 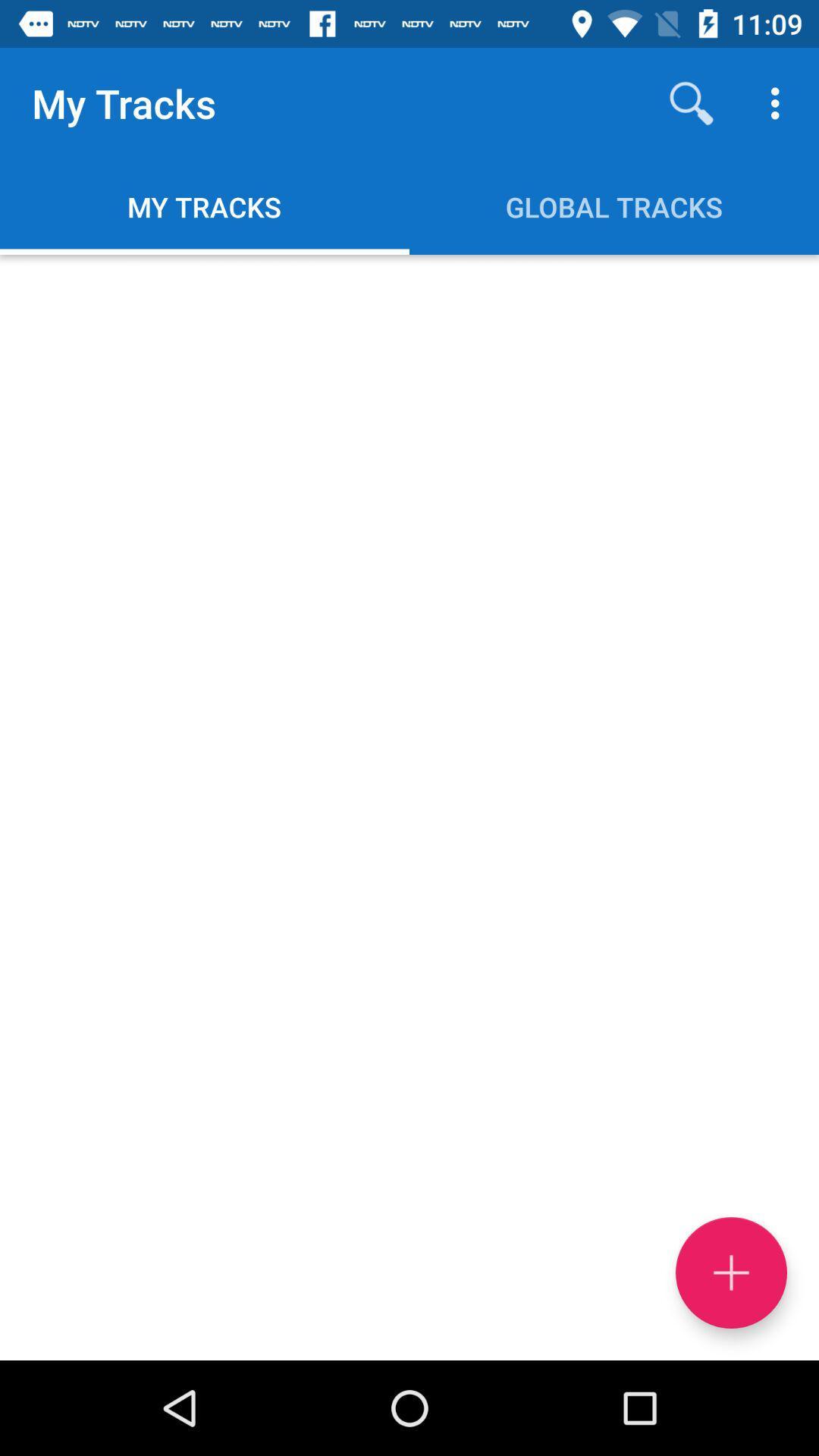 I want to click on item at the center, so click(x=409, y=807).